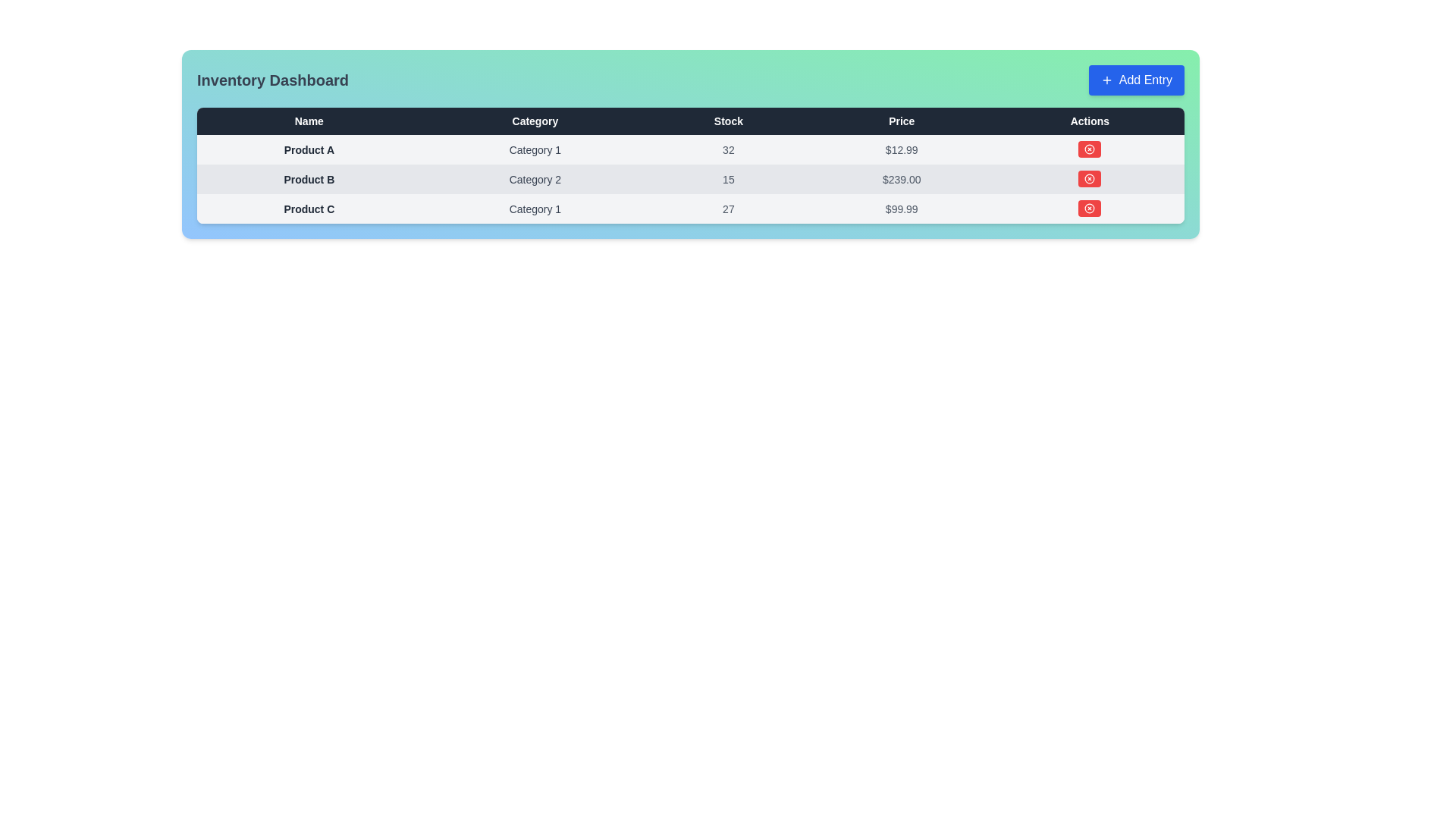  Describe the element at coordinates (902, 149) in the screenshot. I see `the price label of 'Product A' in the Inventory Dashboard, located in the second-to-right column of its row, following the 'Stock' cell` at that location.